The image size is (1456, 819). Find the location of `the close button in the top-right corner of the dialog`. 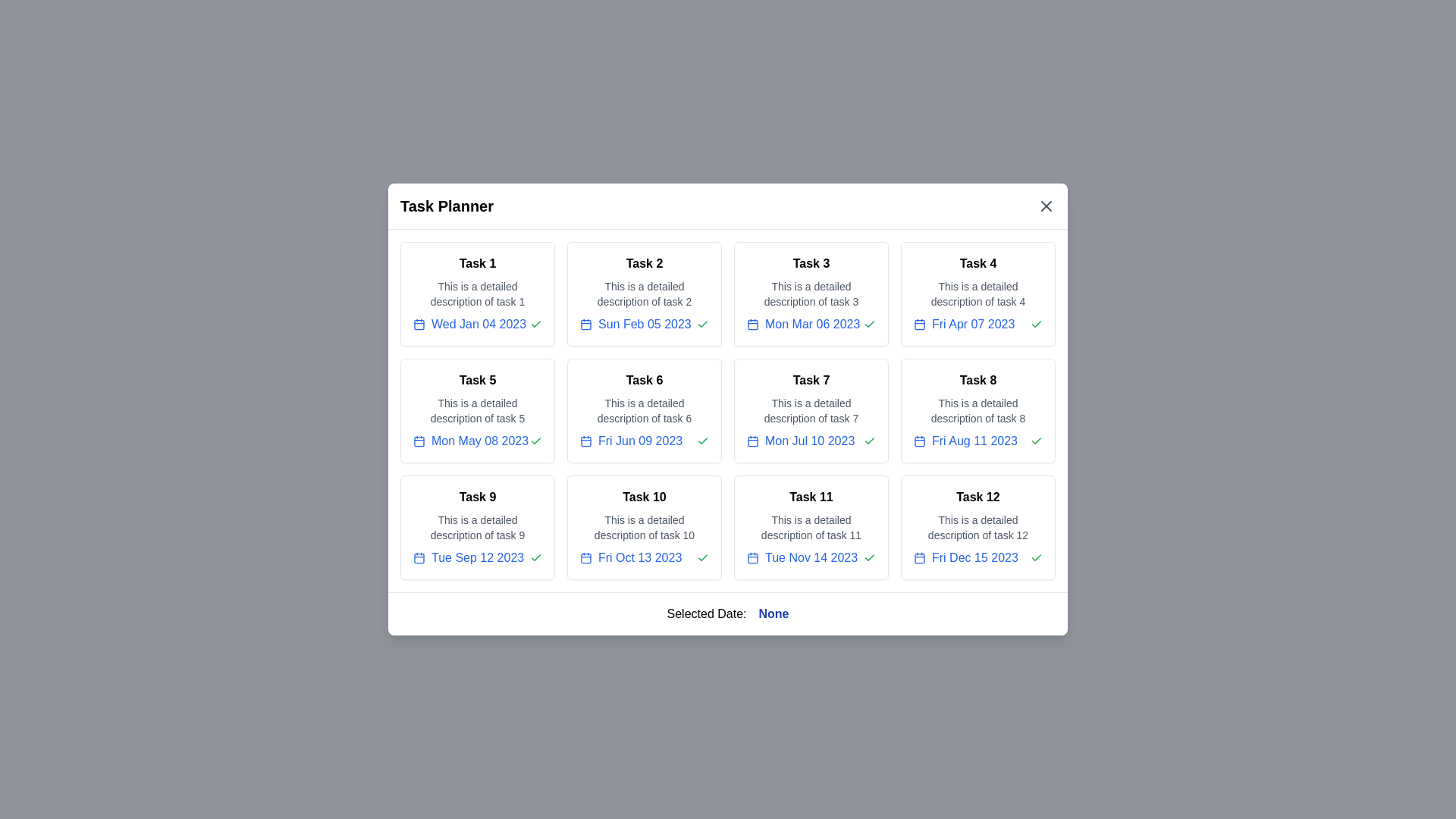

the close button in the top-right corner of the dialog is located at coordinates (1046, 206).